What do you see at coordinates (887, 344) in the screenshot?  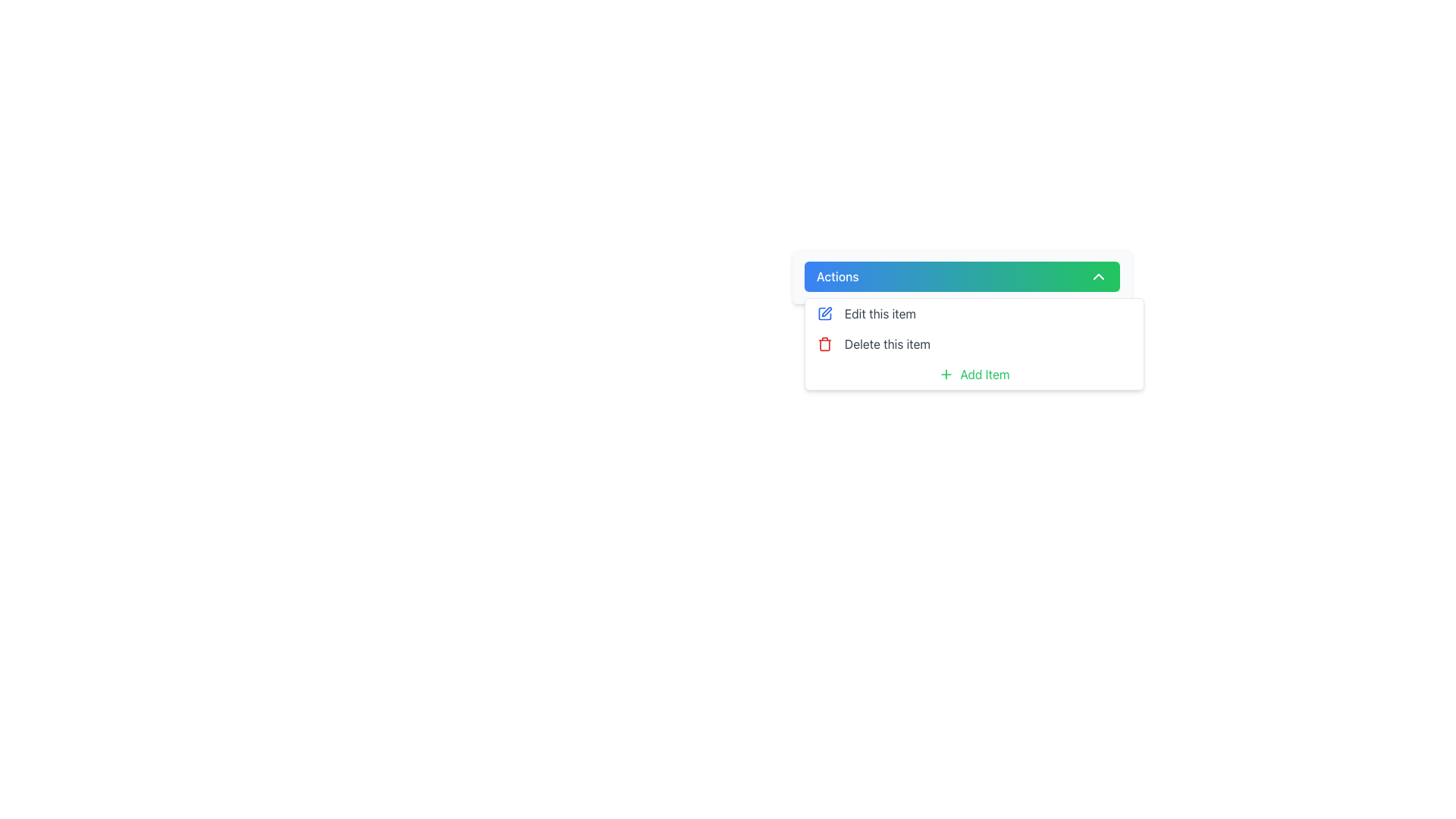 I see `the 'Delete this item' text label in the dropdown menu to initiate the delete action` at bounding box center [887, 344].